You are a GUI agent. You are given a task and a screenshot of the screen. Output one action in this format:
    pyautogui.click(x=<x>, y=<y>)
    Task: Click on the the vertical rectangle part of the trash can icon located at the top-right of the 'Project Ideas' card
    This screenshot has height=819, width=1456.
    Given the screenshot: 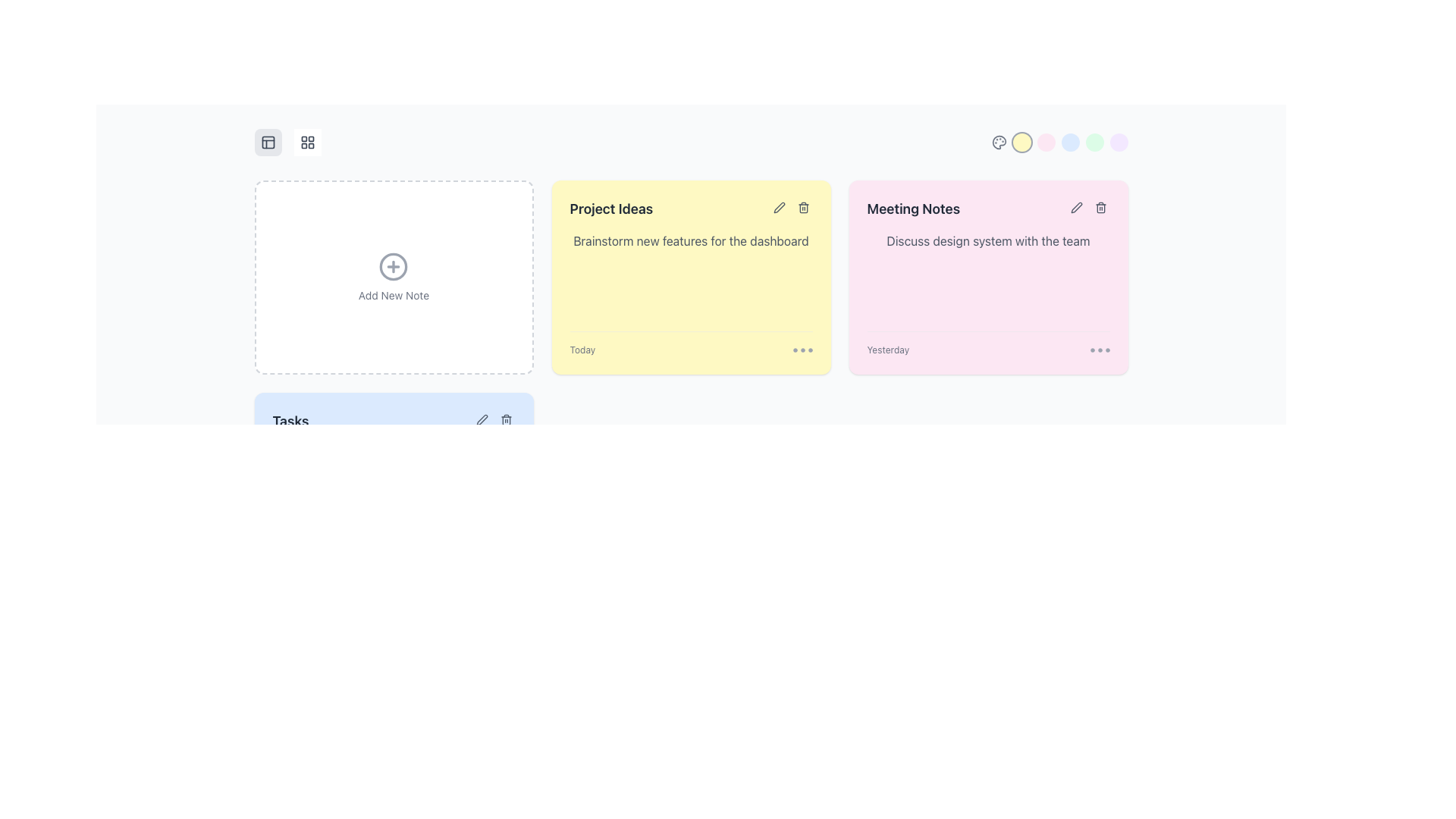 What is the action you would take?
    pyautogui.click(x=802, y=209)
    